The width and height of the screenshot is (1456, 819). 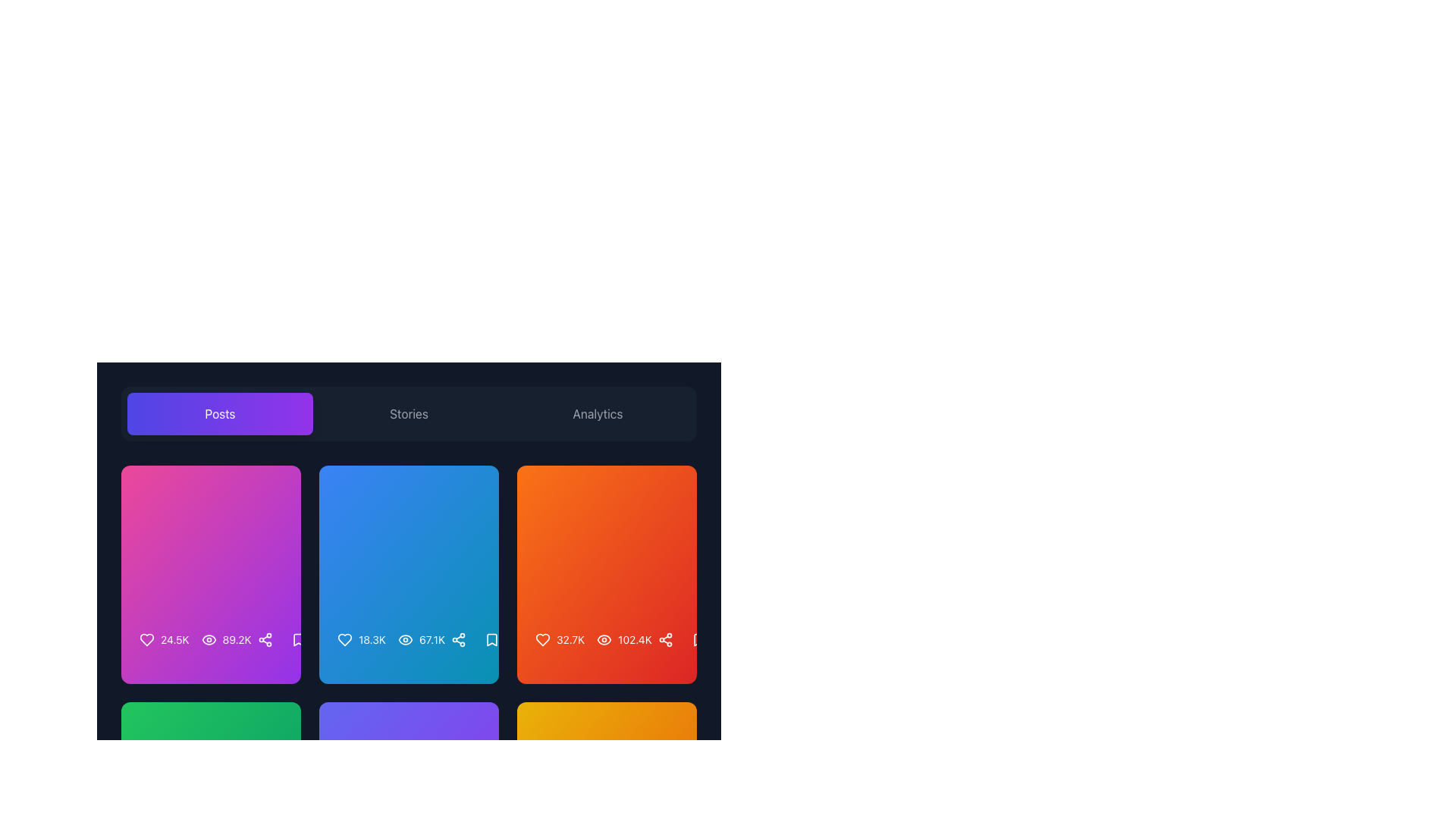 What do you see at coordinates (164, 640) in the screenshot?
I see `the Text label displaying a numerical count of likes or favorites, located in the bottom left corner of a card with a purple gradient background` at bounding box center [164, 640].